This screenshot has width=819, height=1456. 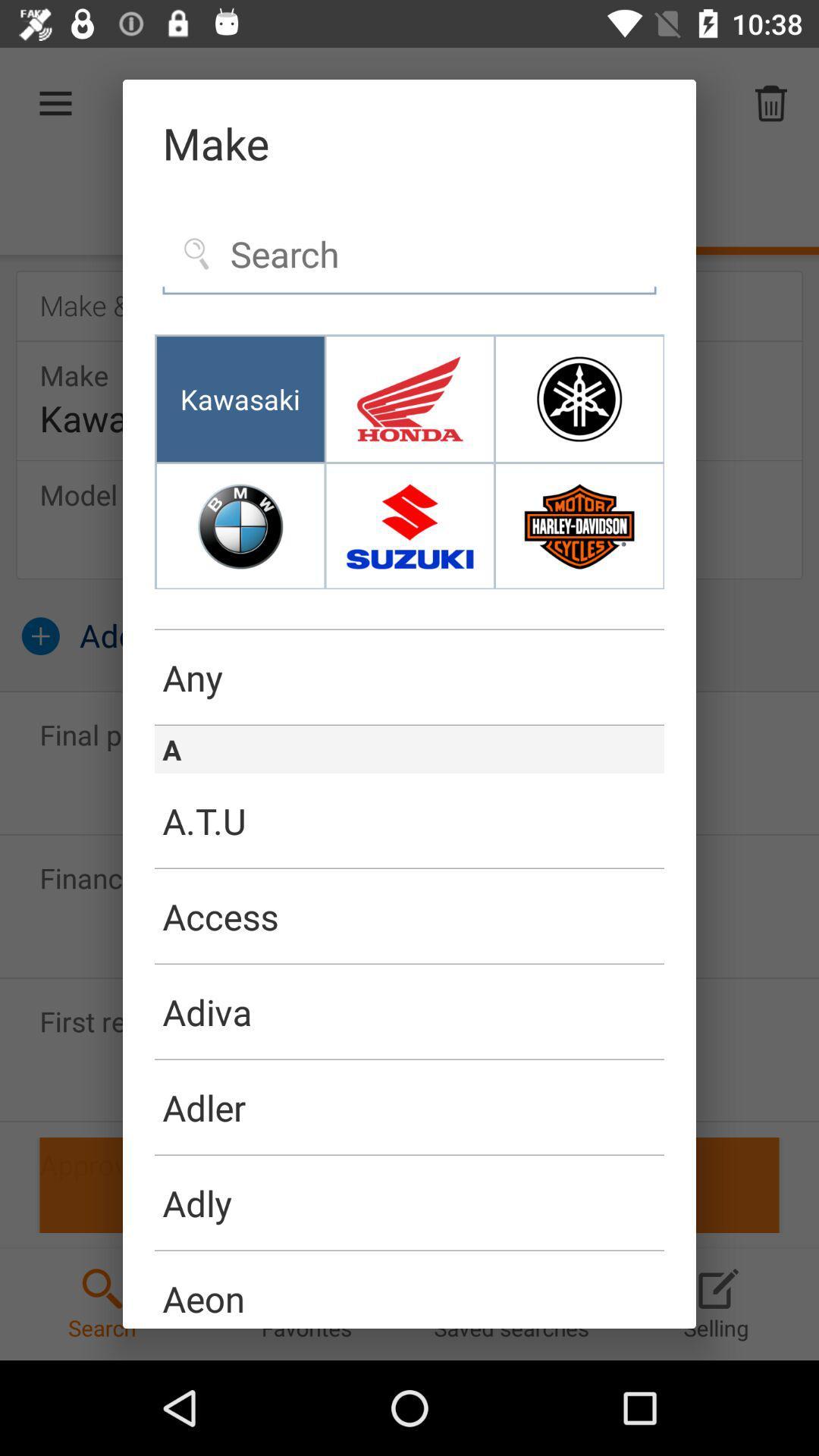 What do you see at coordinates (409, 629) in the screenshot?
I see `the item above the any item` at bounding box center [409, 629].